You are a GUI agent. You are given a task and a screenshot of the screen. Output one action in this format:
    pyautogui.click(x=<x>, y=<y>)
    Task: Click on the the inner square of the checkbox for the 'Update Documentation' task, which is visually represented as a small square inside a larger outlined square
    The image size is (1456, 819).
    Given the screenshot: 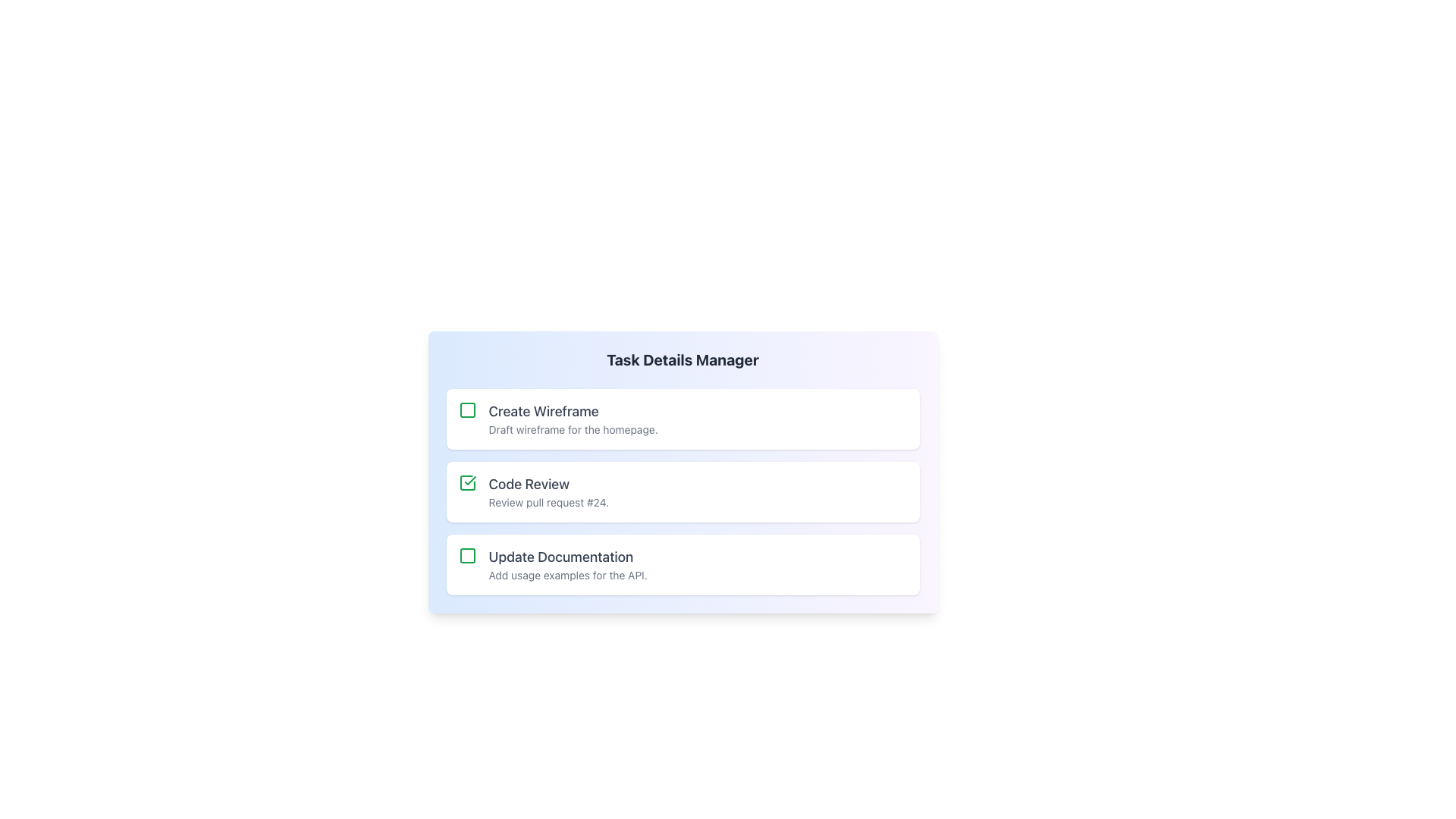 What is the action you would take?
    pyautogui.click(x=466, y=555)
    